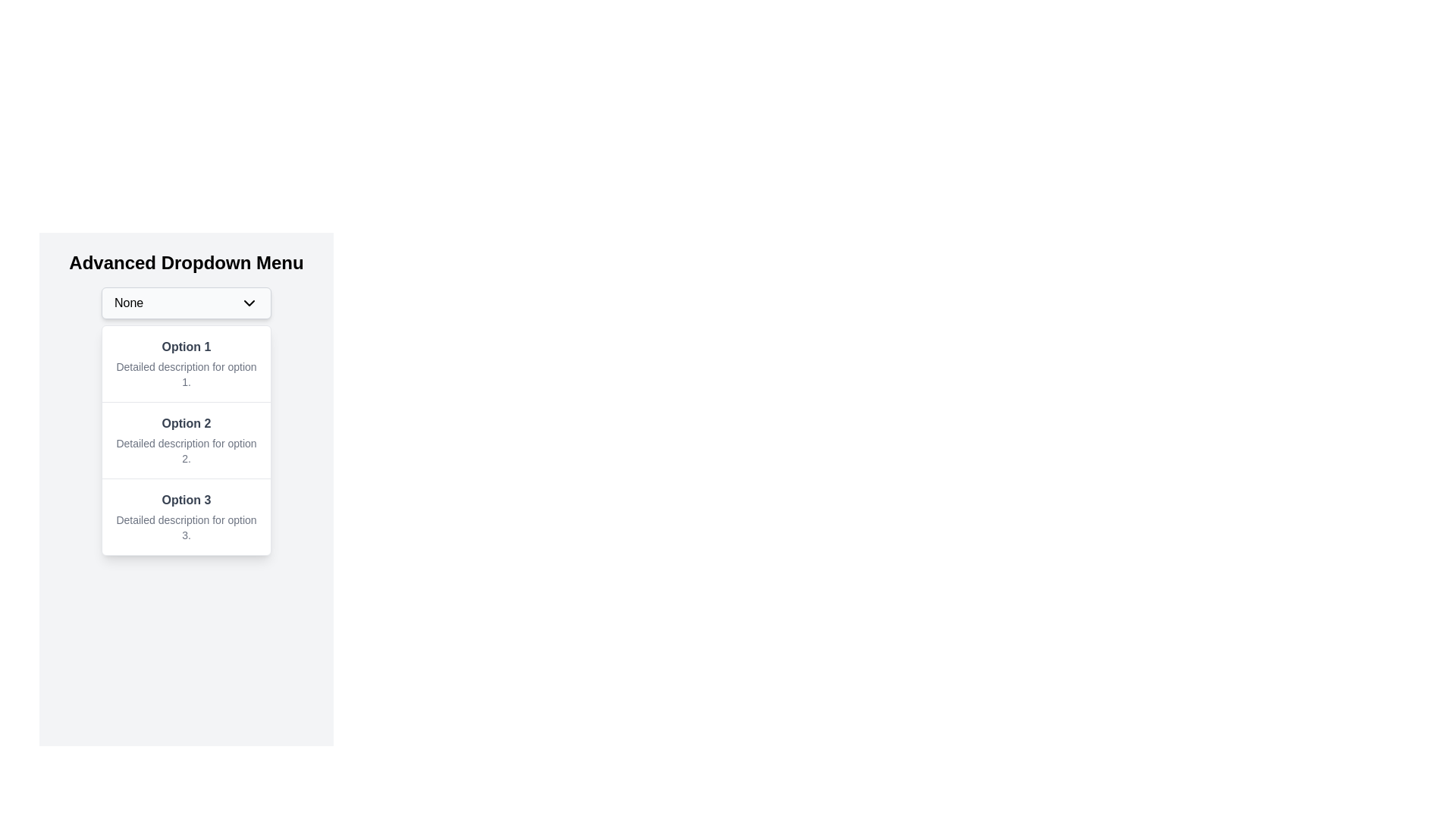  What do you see at coordinates (185, 526) in the screenshot?
I see `the gray text reading 'Detailed description for option 3.' located below the bold label 'Option 3' in the dropdown menu` at bounding box center [185, 526].